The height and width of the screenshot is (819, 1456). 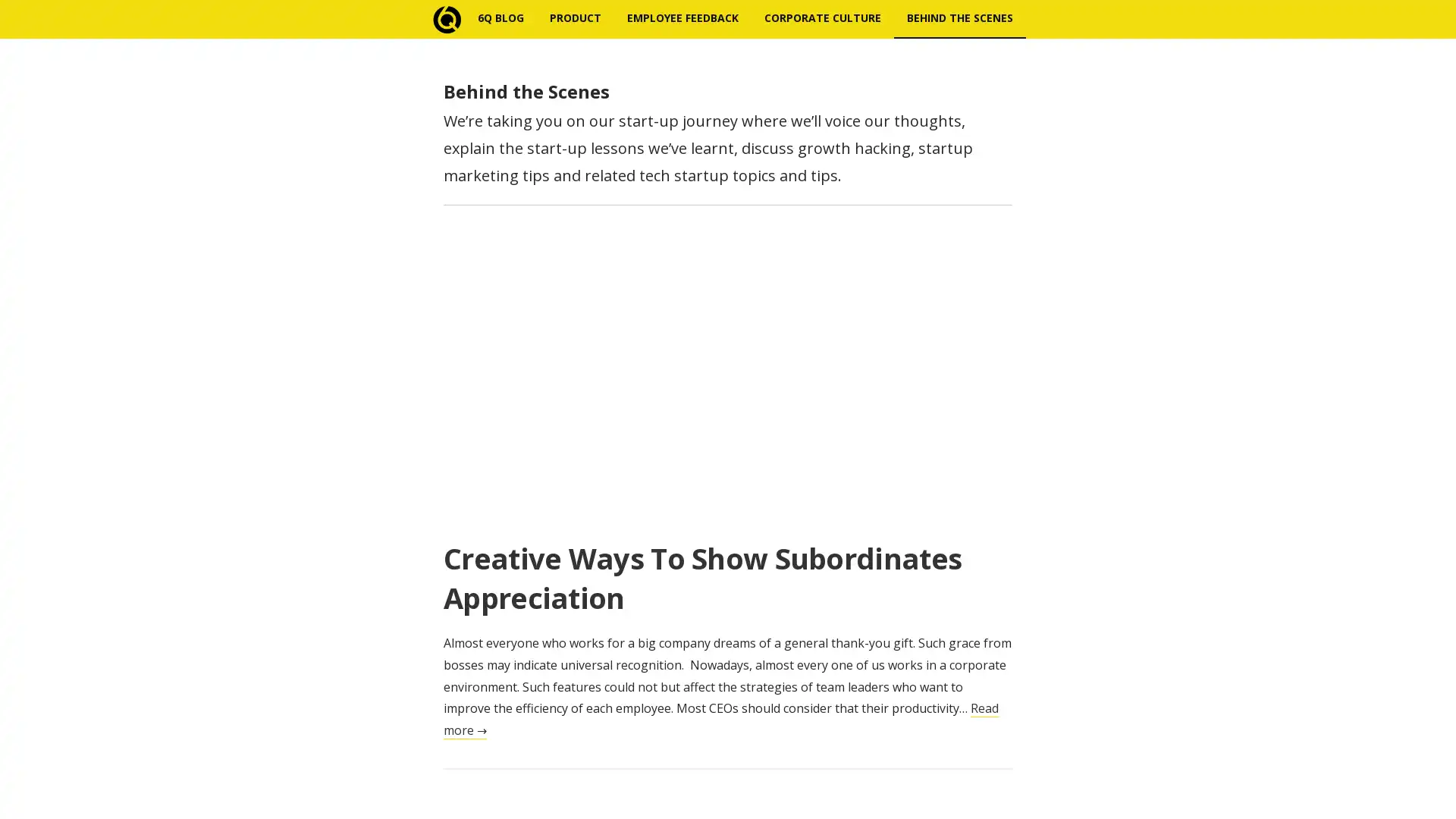 What do you see at coordinates (895, 797) in the screenshot?
I see `Subscribe` at bounding box center [895, 797].